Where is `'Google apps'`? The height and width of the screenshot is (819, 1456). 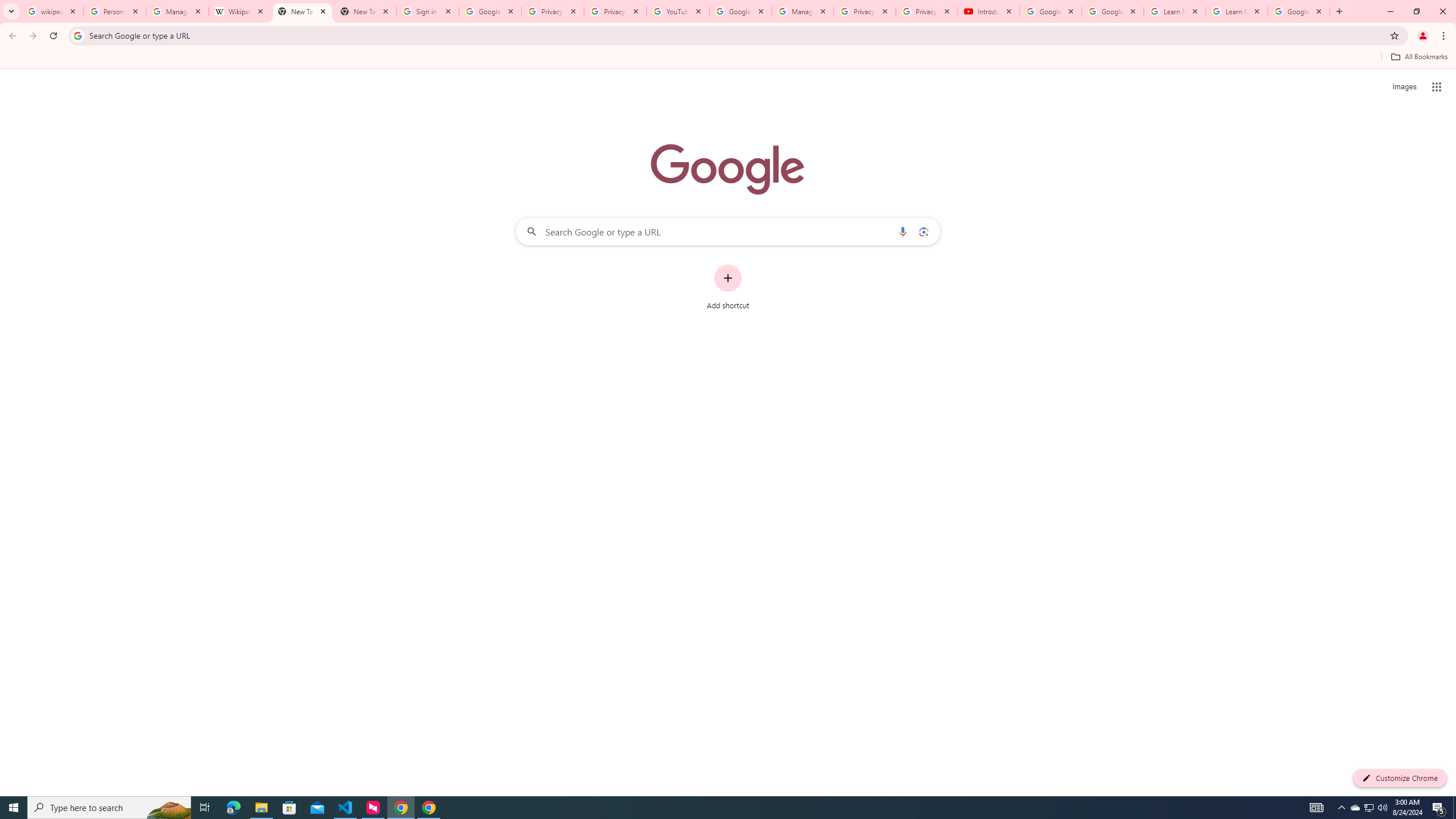 'Google apps' is located at coordinates (1437, 86).